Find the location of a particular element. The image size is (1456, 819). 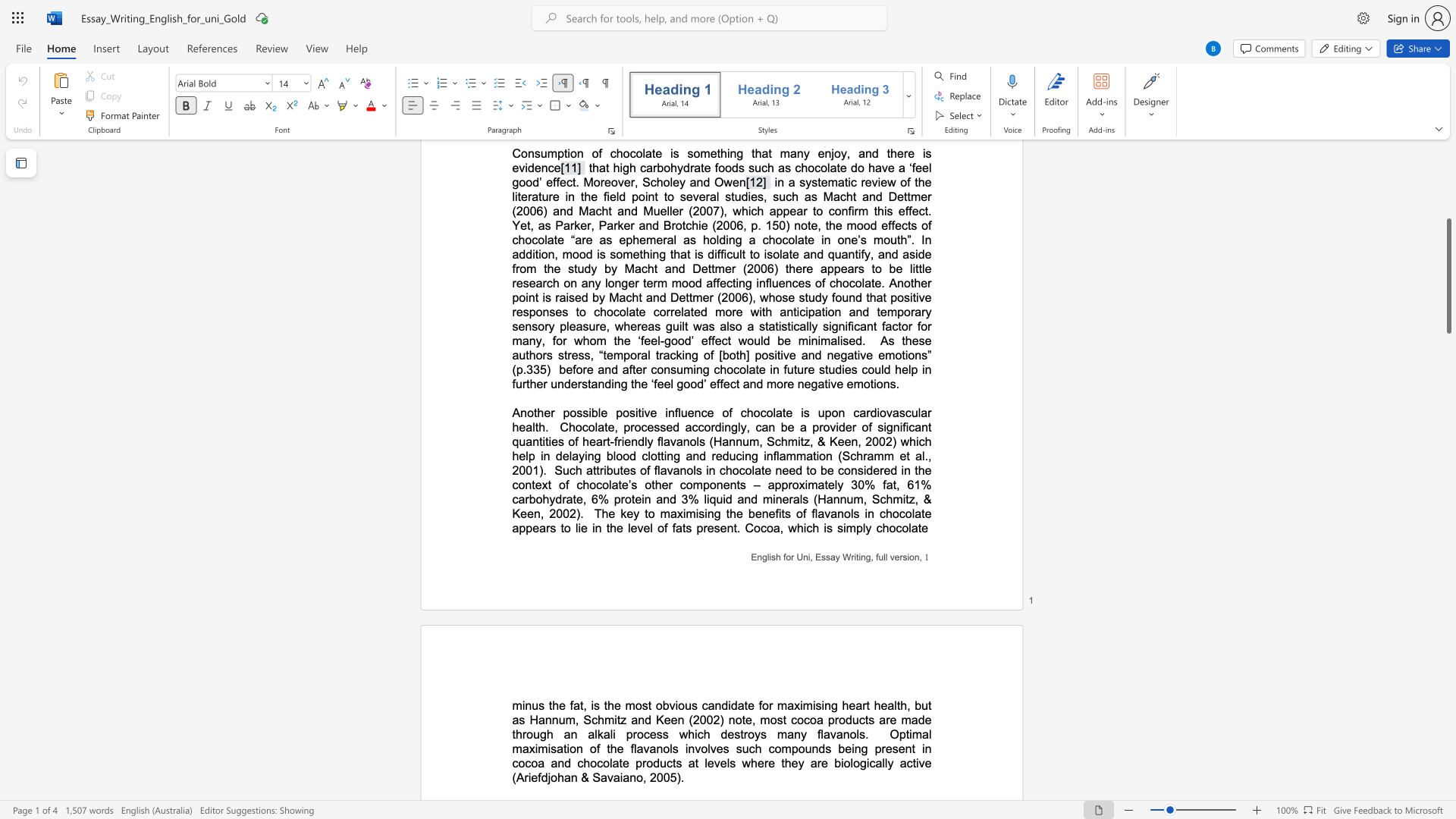

the scrollbar and move up 350 pixels is located at coordinates (1448, 276).